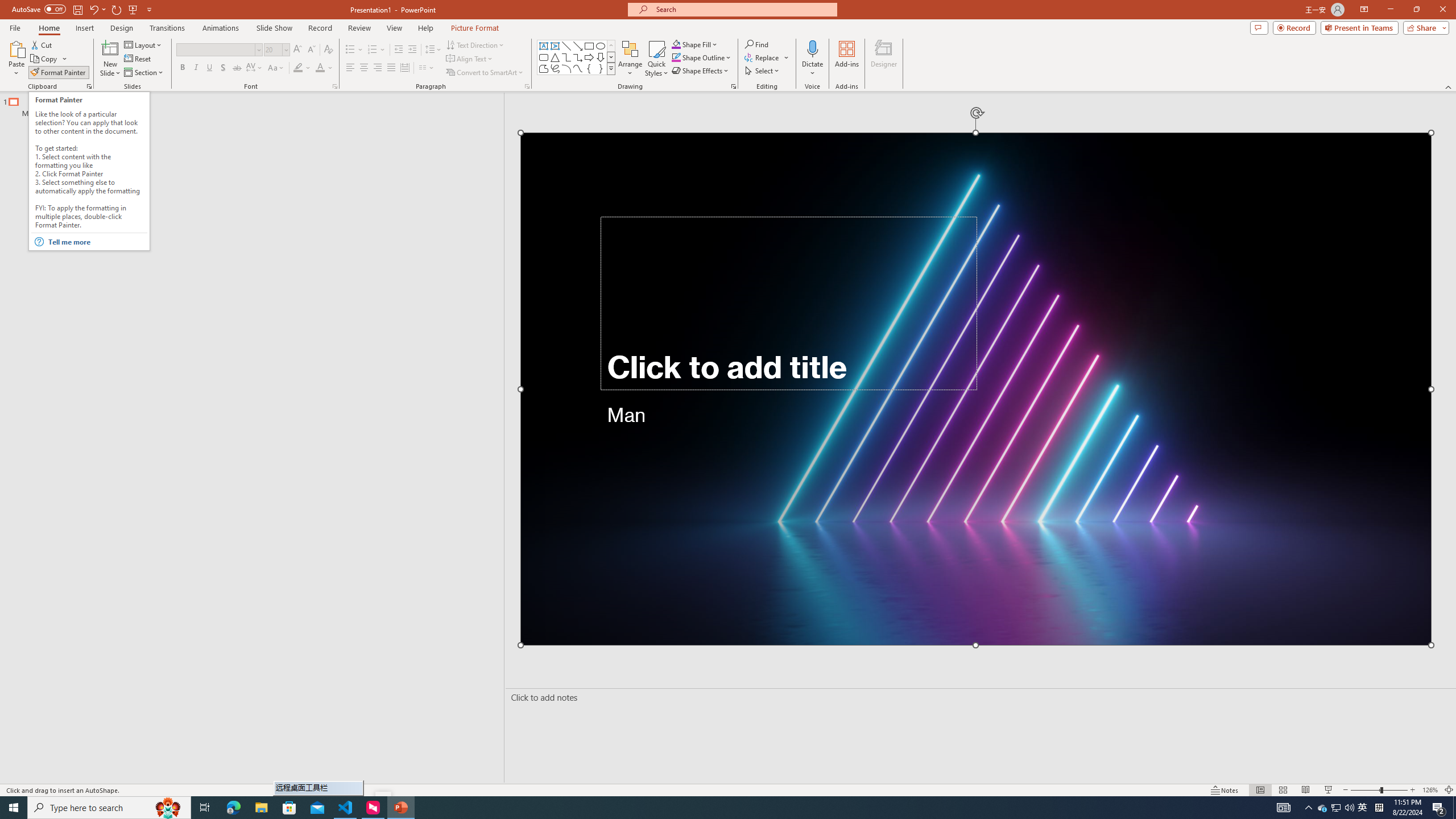 The width and height of the screenshot is (1456, 819). Describe the element at coordinates (676, 44) in the screenshot. I see `'Shape Fill Orange, Accent 2'` at that location.